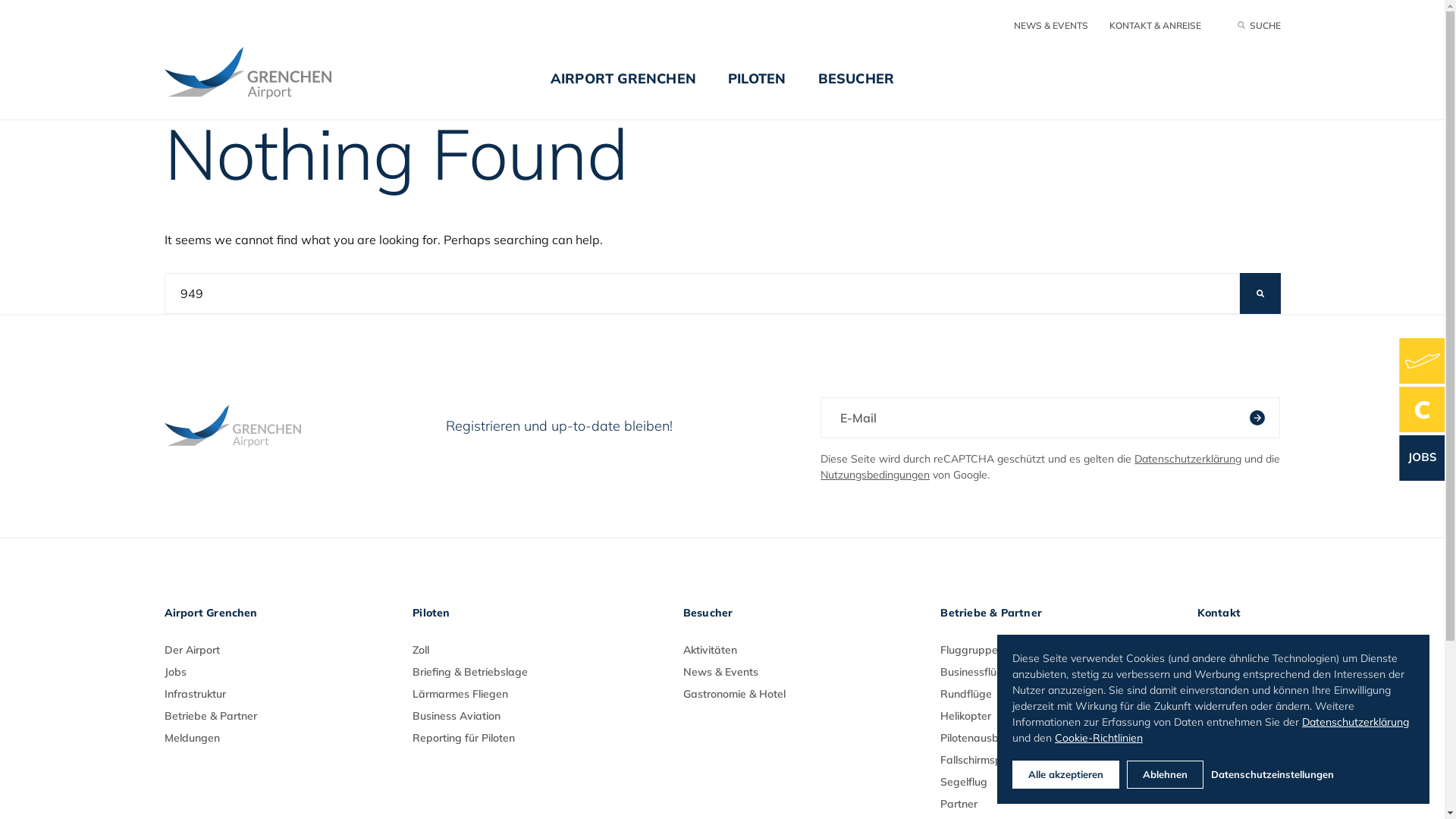 The height and width of the screenshot is (819, 1456). What do you see at coordinates (421, 648) in the screenshot?
I see `'Zoll'` at bounding box center [421, 648].